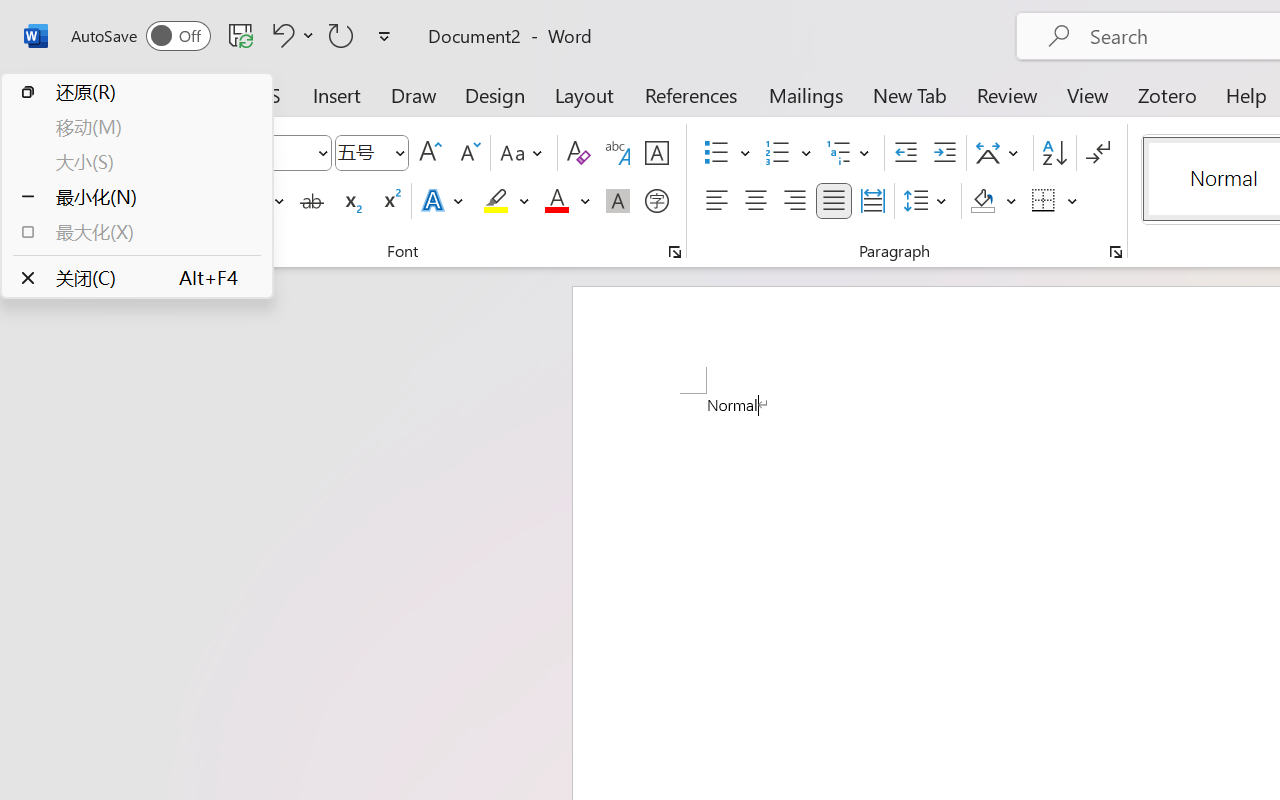 Image resolution: width=1280 pixels, height=800 pixels. I want to click on 'Font...', so click(675, 251).